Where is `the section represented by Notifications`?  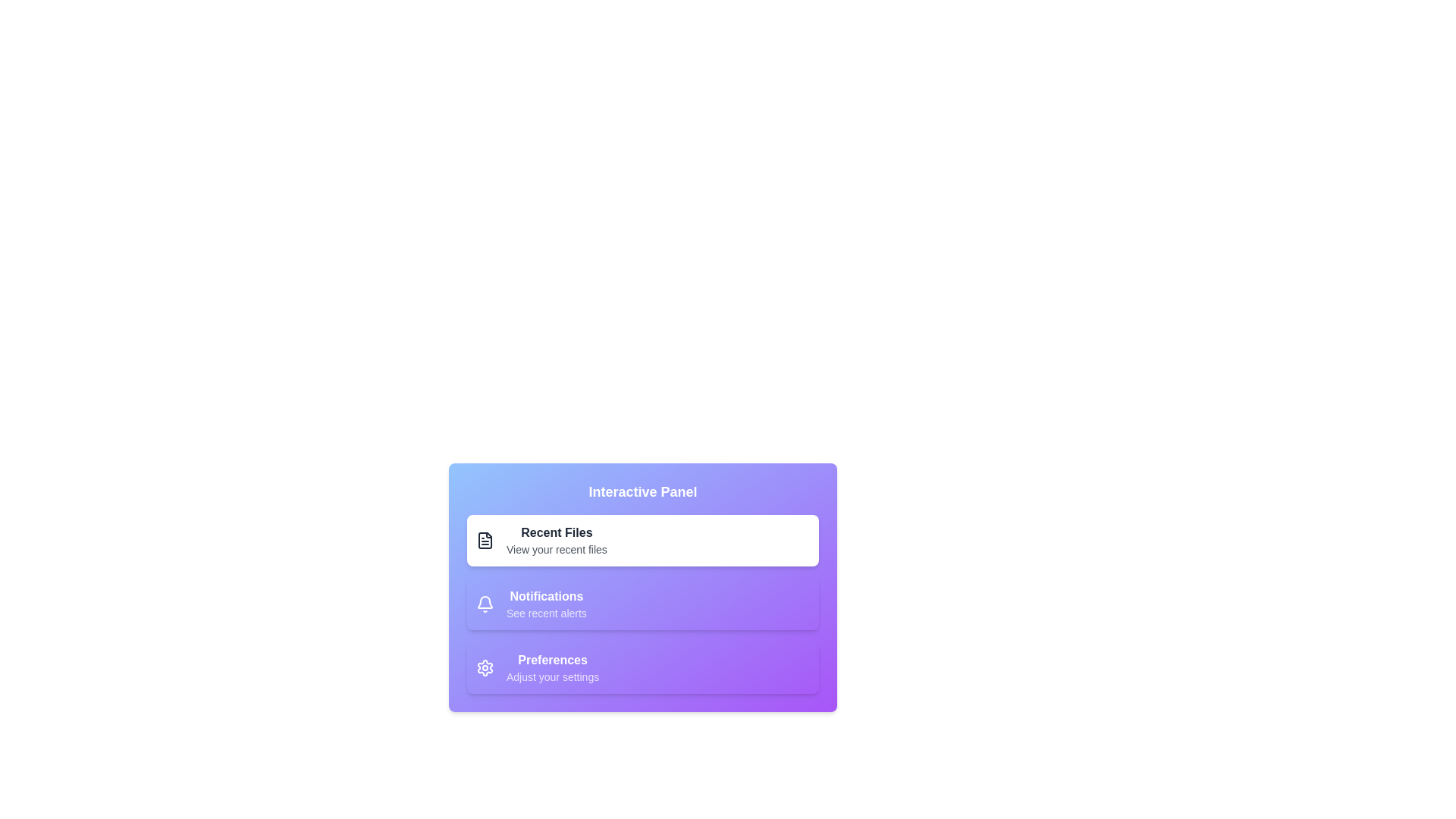 the section represented by Notifications is located at coordinates (484, 604).